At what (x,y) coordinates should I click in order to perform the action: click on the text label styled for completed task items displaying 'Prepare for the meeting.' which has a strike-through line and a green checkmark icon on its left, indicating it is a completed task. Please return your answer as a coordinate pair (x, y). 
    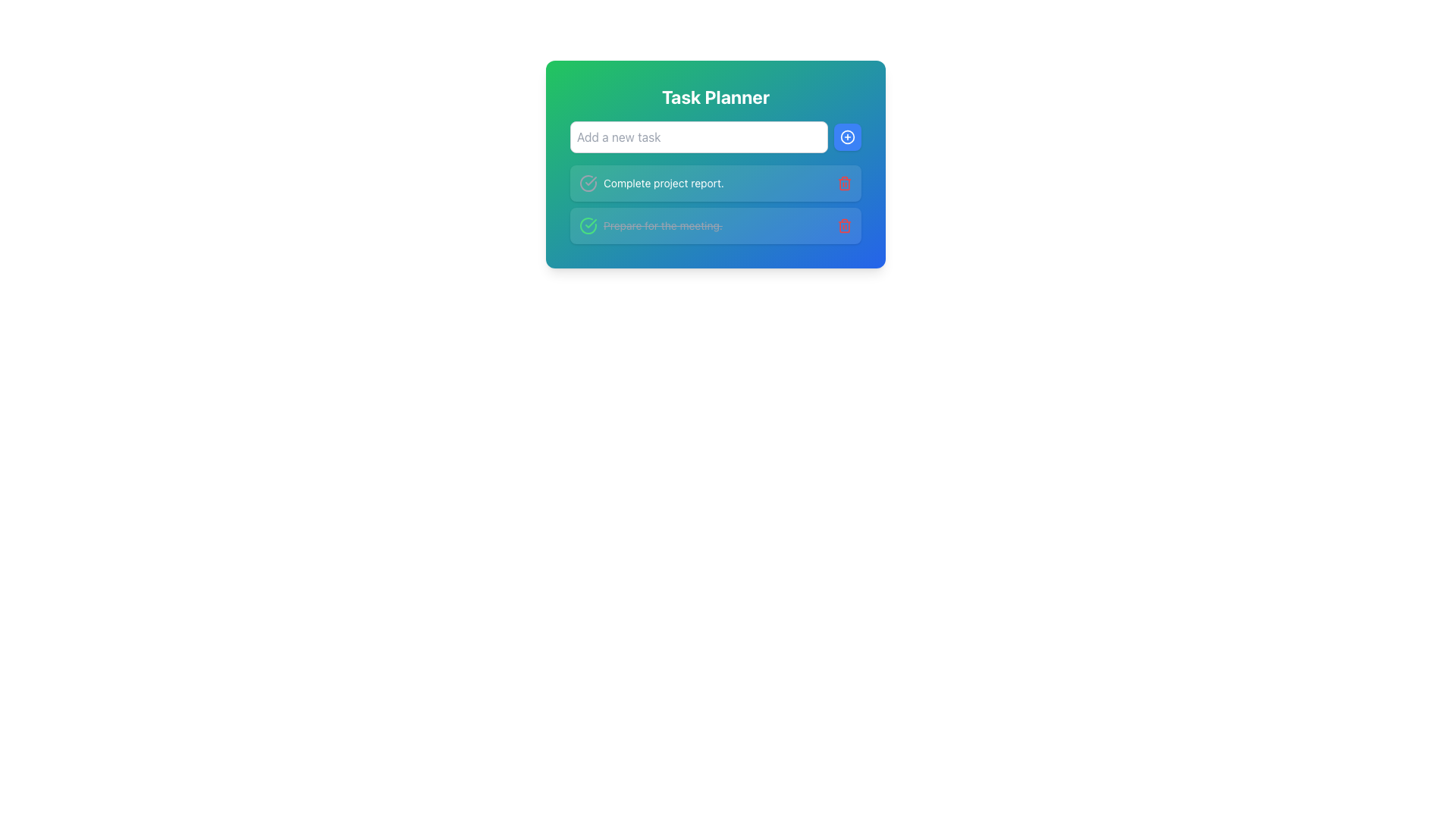
    Looking at the image, I should click on (651, 225).